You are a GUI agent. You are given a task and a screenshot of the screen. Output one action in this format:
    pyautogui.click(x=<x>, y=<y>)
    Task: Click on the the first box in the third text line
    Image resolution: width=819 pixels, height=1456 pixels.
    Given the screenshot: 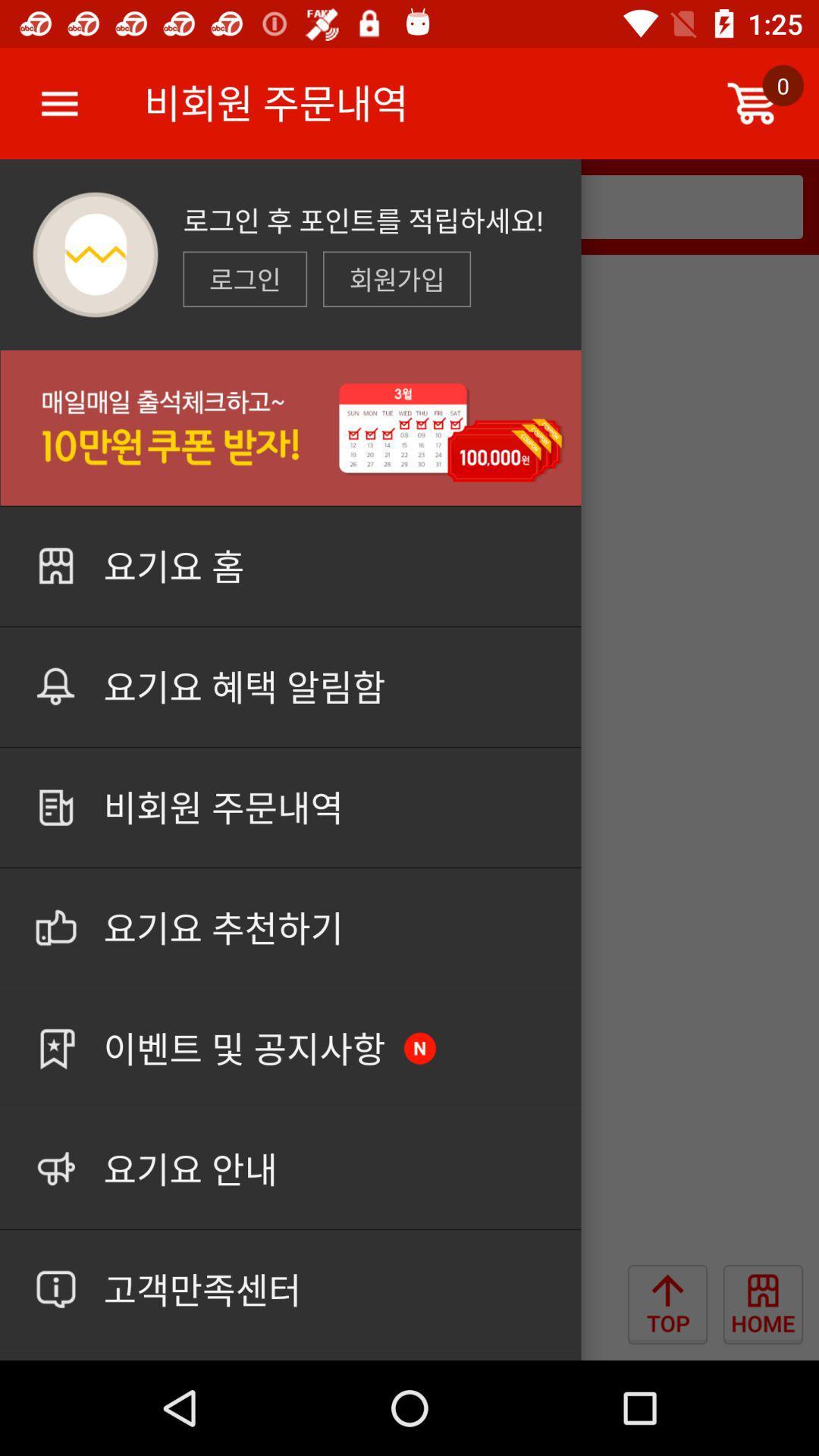 What is the action you would take?
    pyautogui.click(x=244, y=279)
    